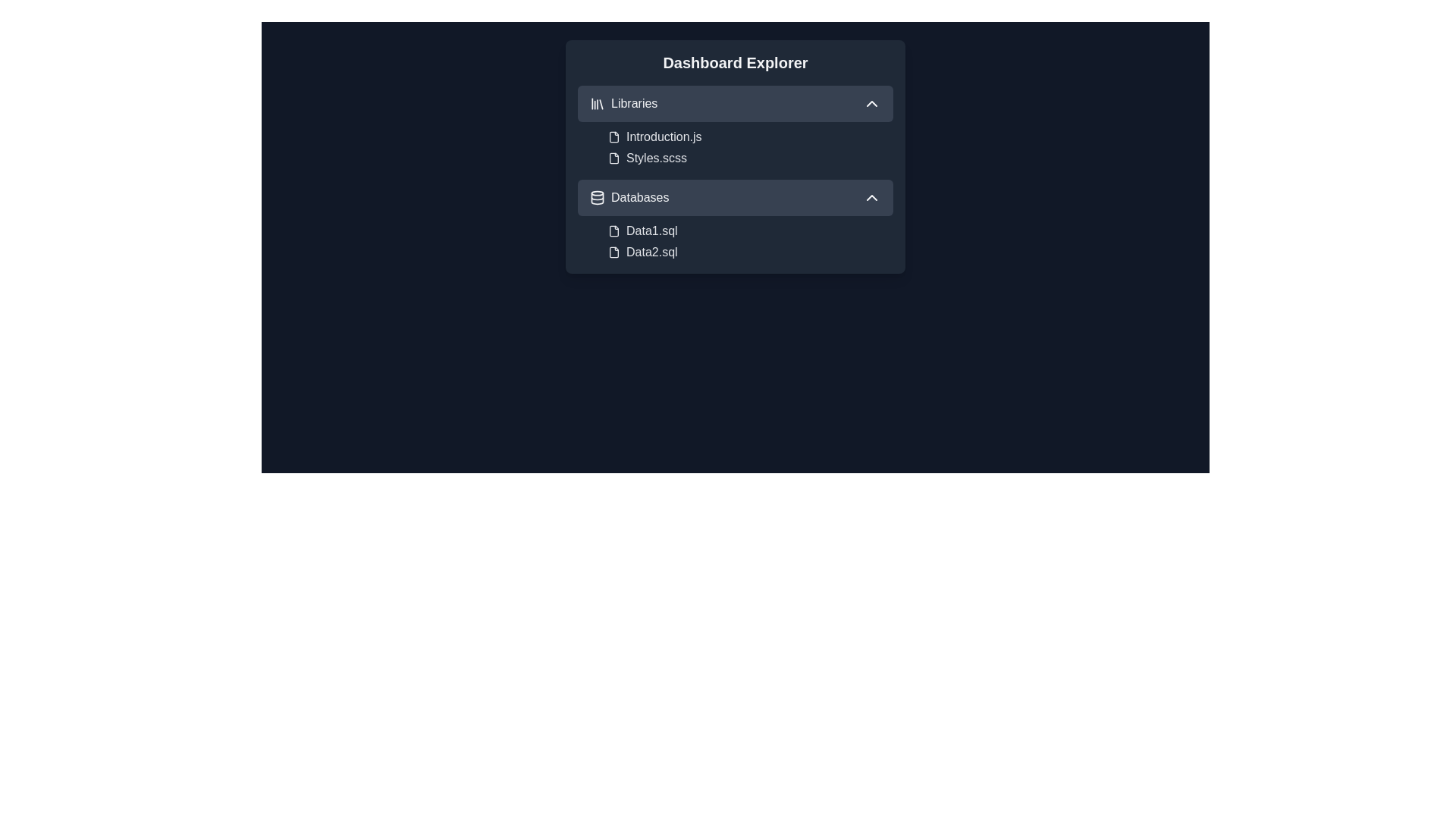  Describe the element at coordinates (600, 103) in the screenshot. I see `the rightmost vertical bar of the 'library' icon, which is located above the 'Libraries' label in the dashboard explorer` at that location.